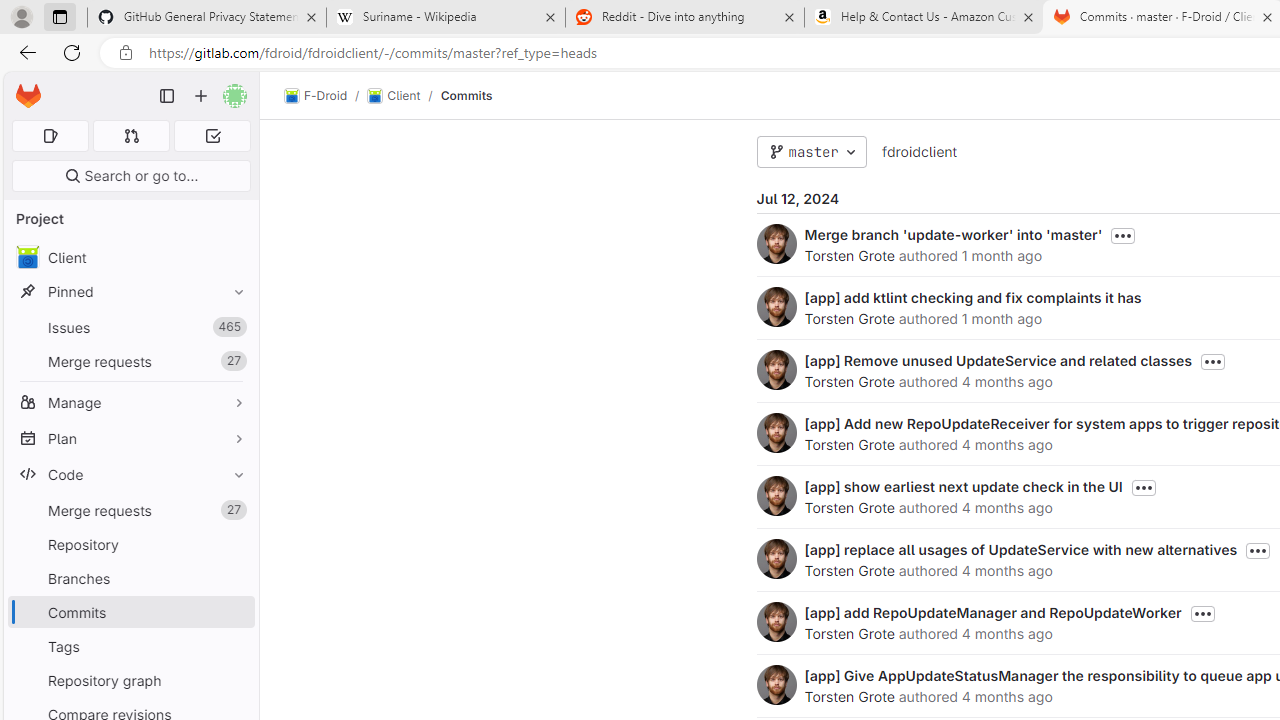  Describe the element at coordinates (465, 95) in the screenshot. I see `'Commits'` at that location.